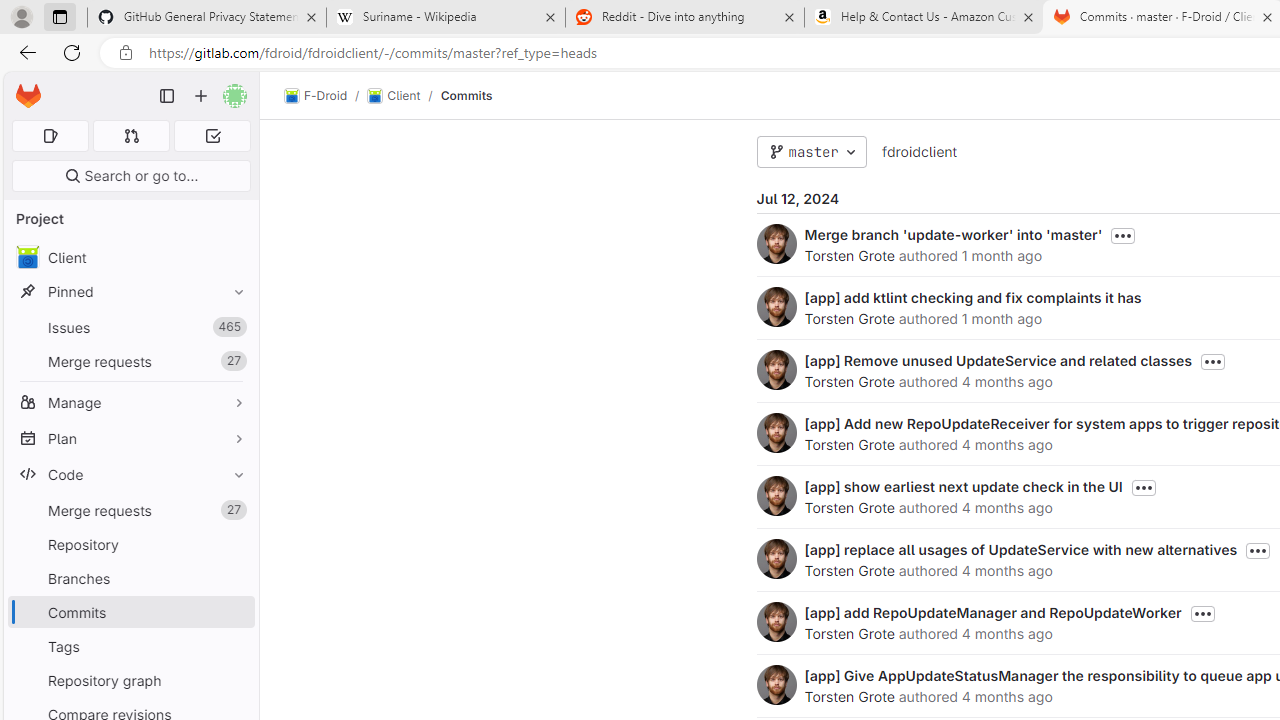  Describe the element at coordinates (465, 95) in the screenshot. I see `'Commits'` at that location.